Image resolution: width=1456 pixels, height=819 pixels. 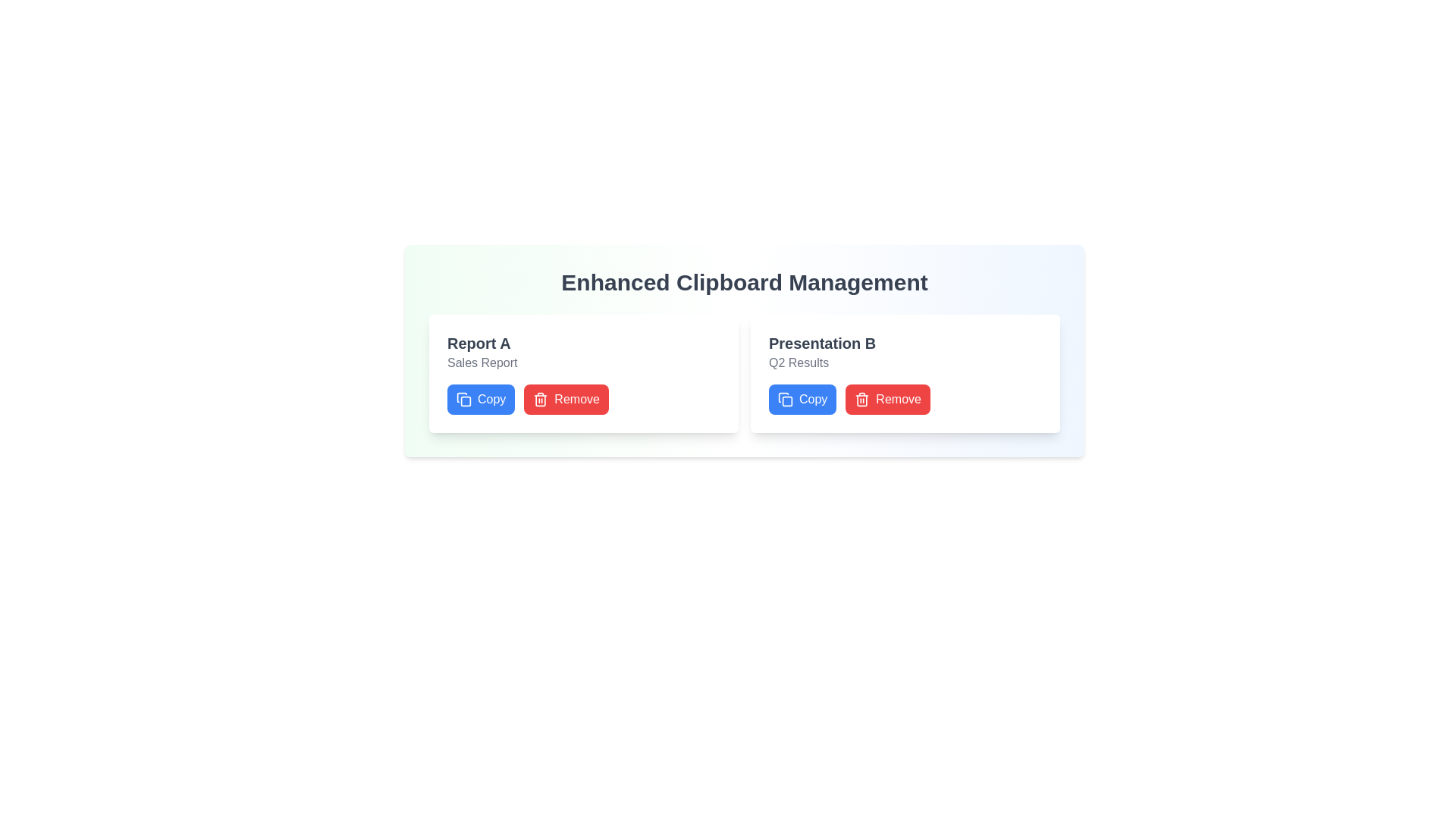 I want to click on text displayed in the 'Report A' element, which is a bold, medium-sized dark gray text located at the top-left corner of a card-like component, so click(x=478, y=343).